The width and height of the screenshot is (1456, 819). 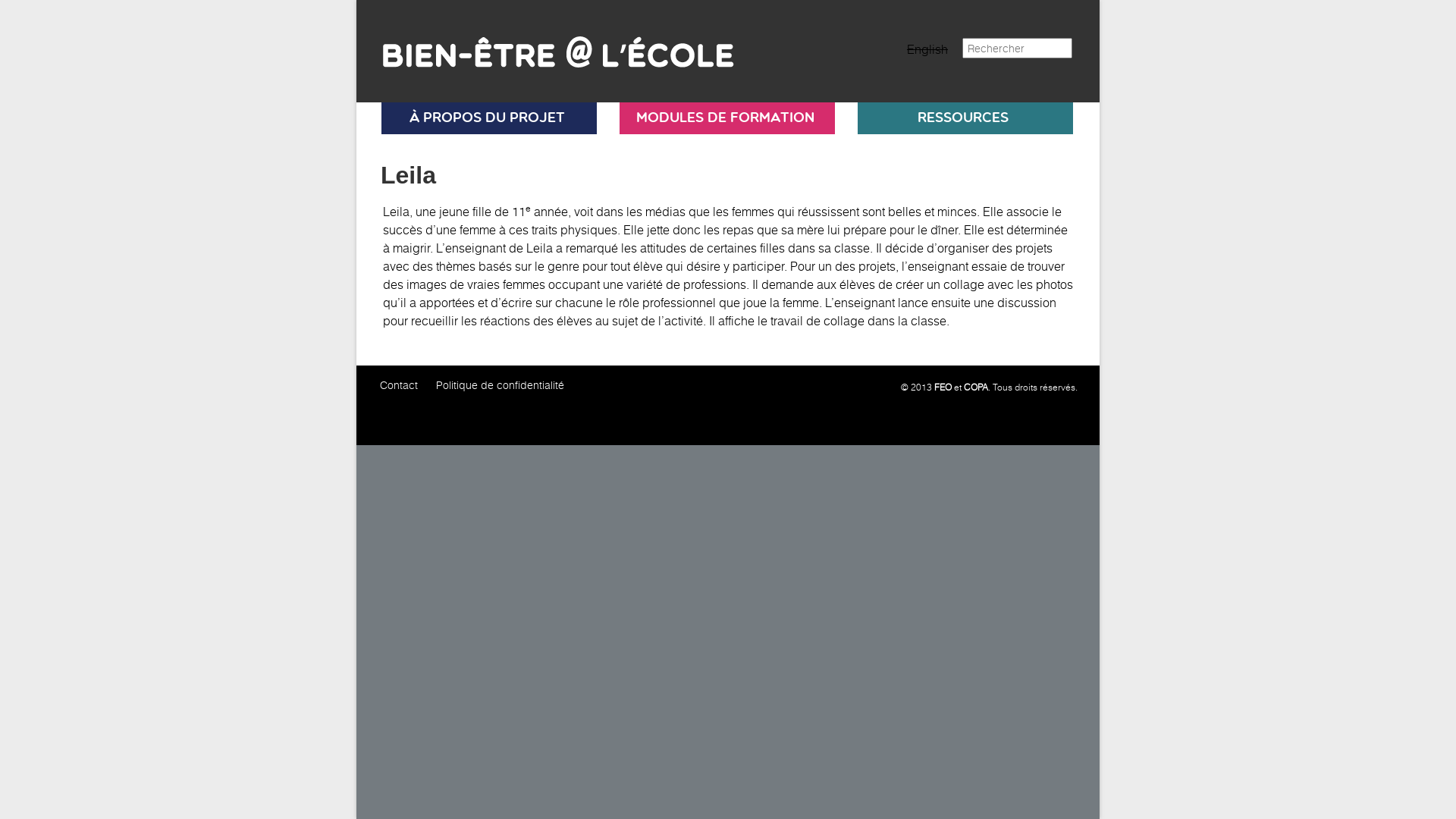 What do you see at coordinates (356, 0) in the screenshot?
I see `'Skip to main'` at bounding box center [356, 0].